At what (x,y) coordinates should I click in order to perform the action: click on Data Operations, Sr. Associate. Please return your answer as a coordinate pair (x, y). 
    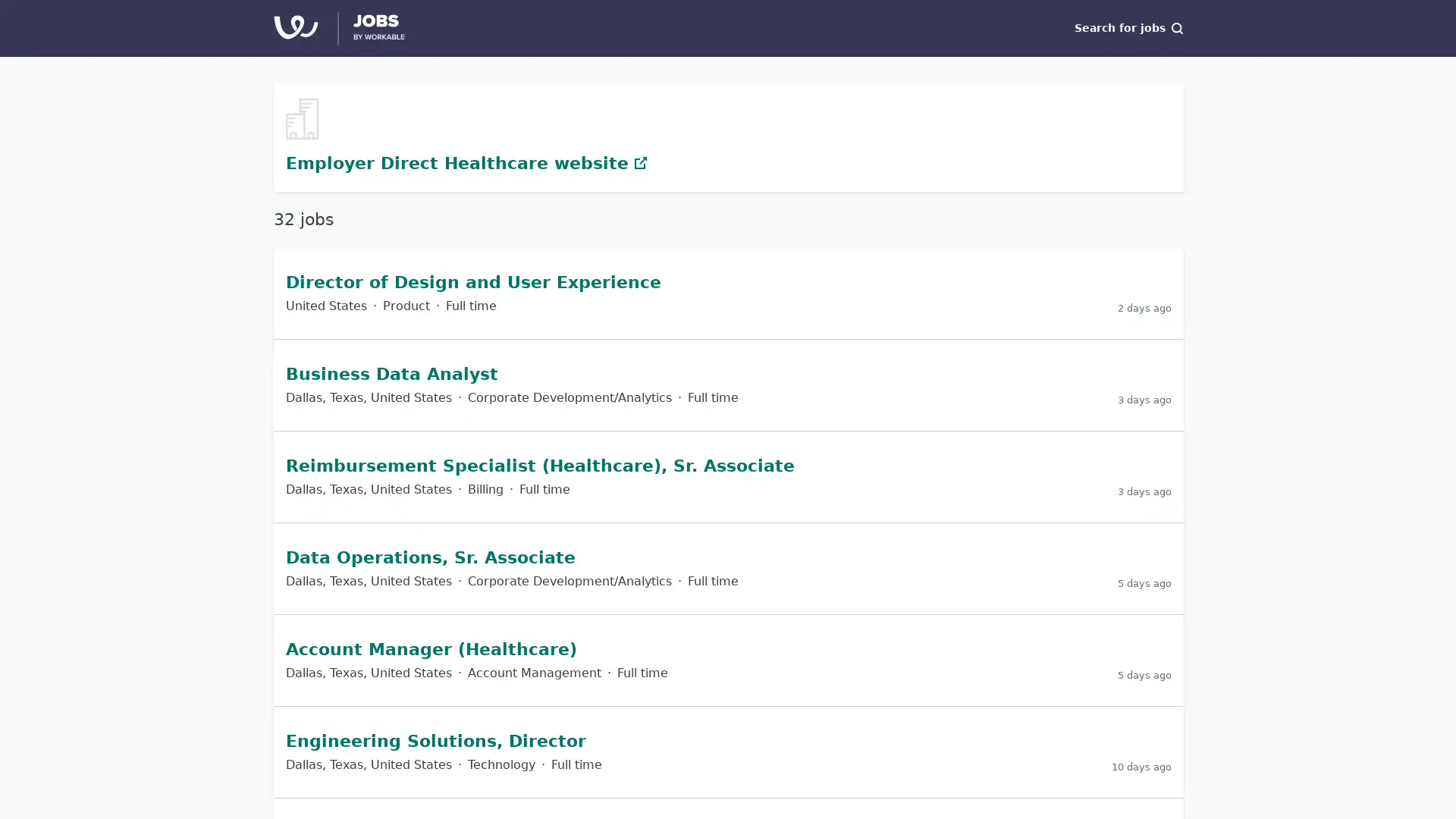
    Looking at the image, I should click on (429, 557).